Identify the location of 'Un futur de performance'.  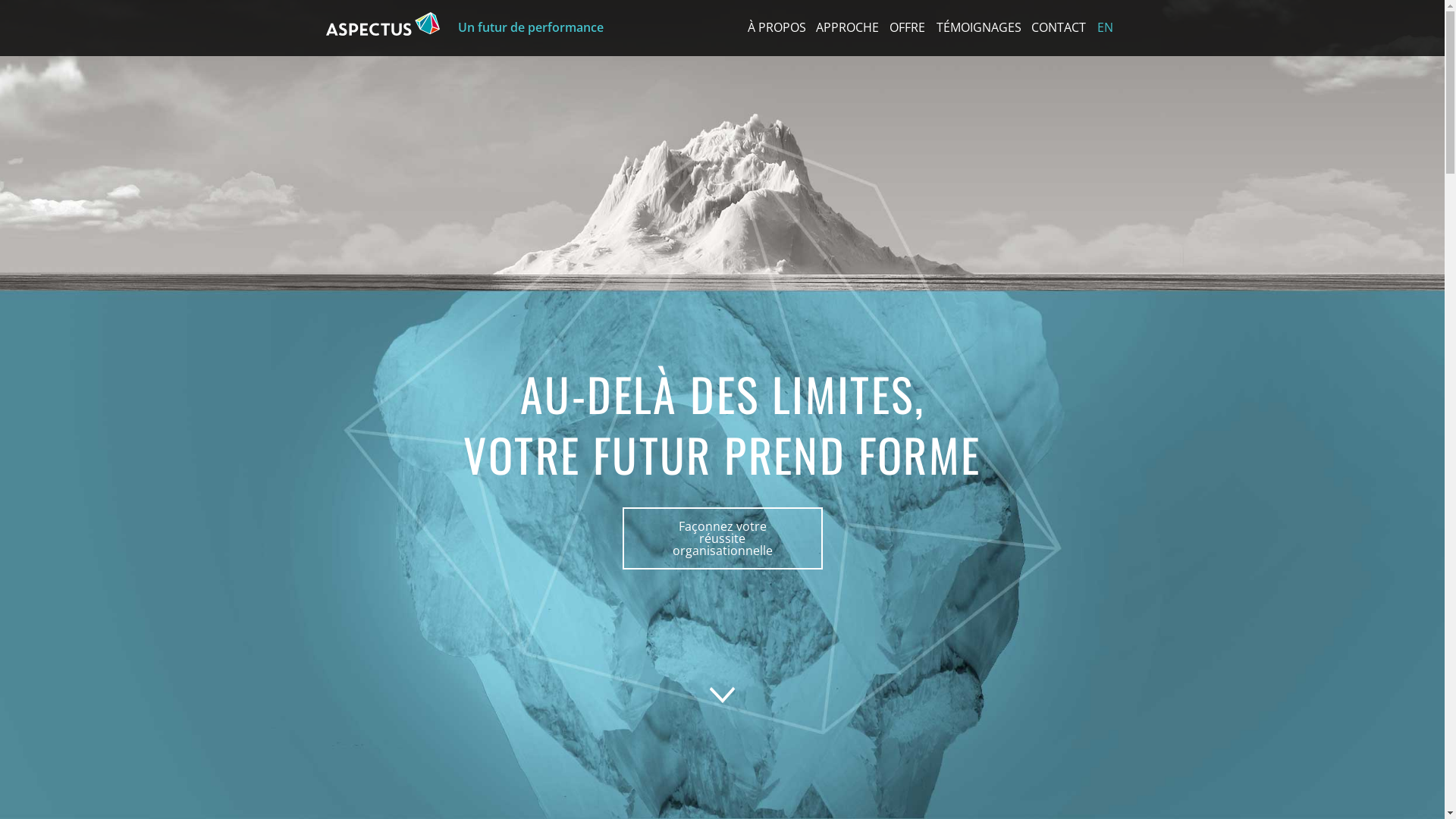
(523, 27).